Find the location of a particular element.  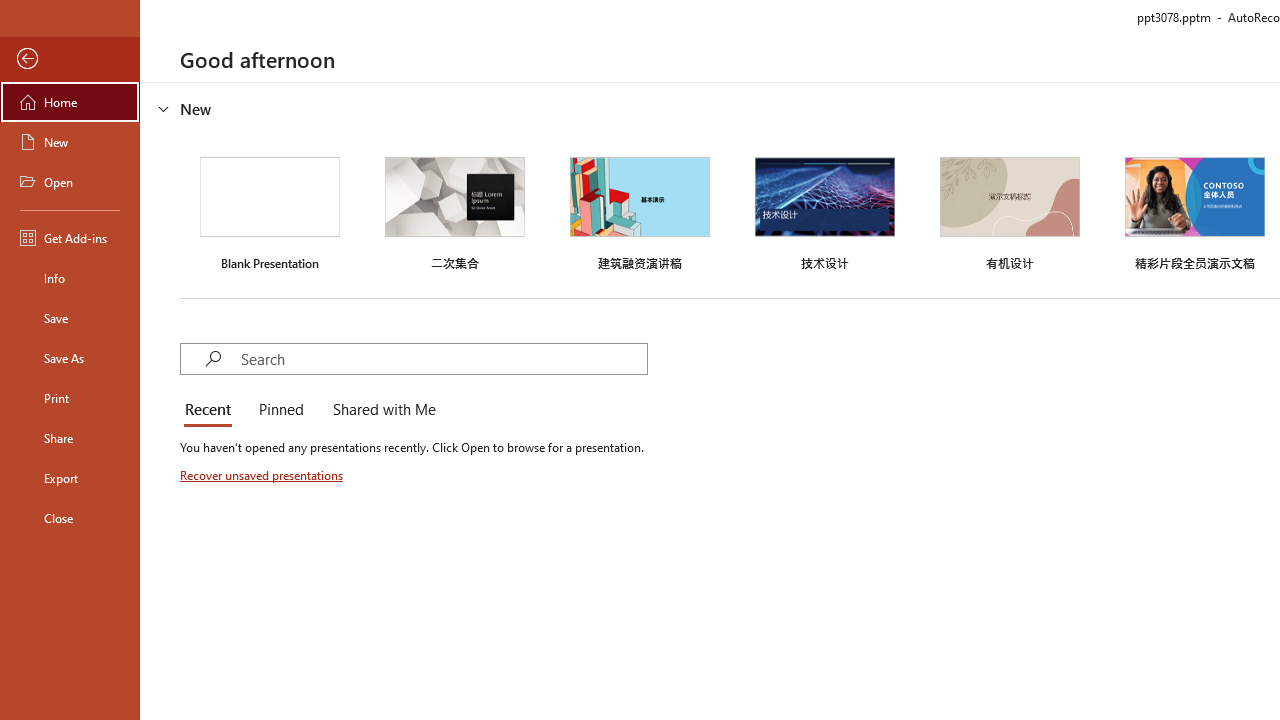

'Print' is located at coordinates (69, 398).